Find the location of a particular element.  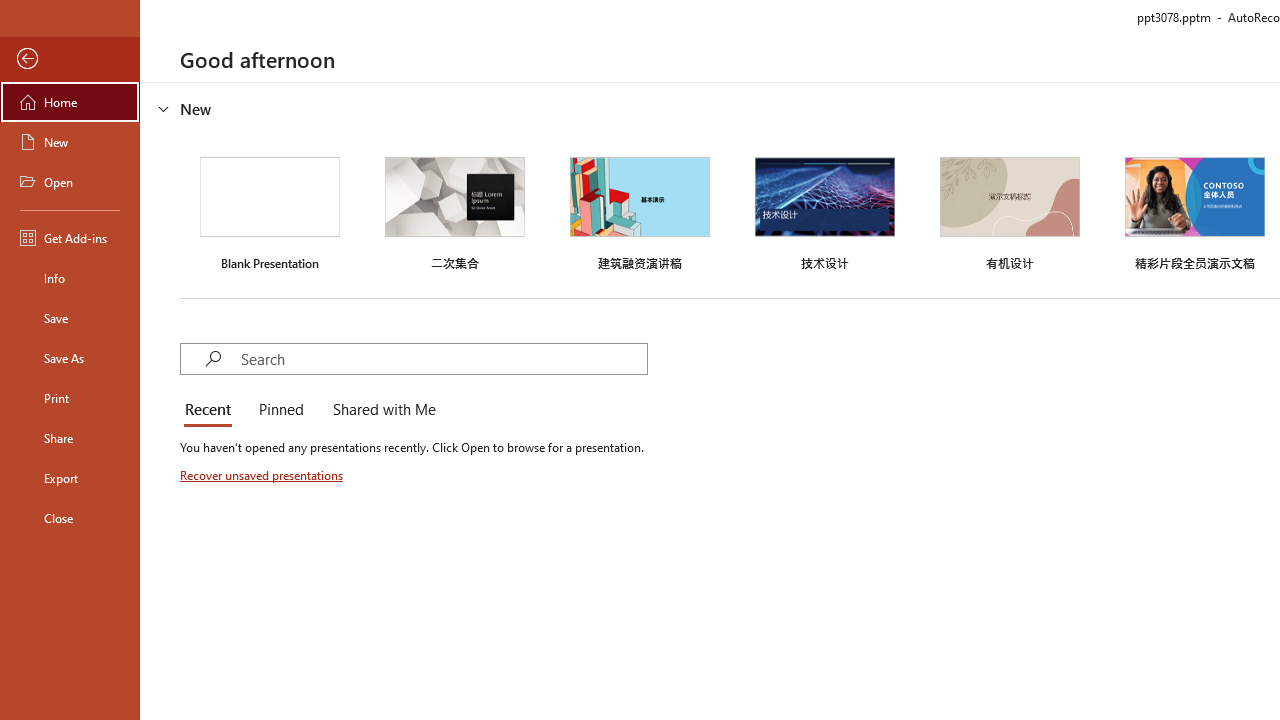

'Print' is located at coordinates (69, 398).